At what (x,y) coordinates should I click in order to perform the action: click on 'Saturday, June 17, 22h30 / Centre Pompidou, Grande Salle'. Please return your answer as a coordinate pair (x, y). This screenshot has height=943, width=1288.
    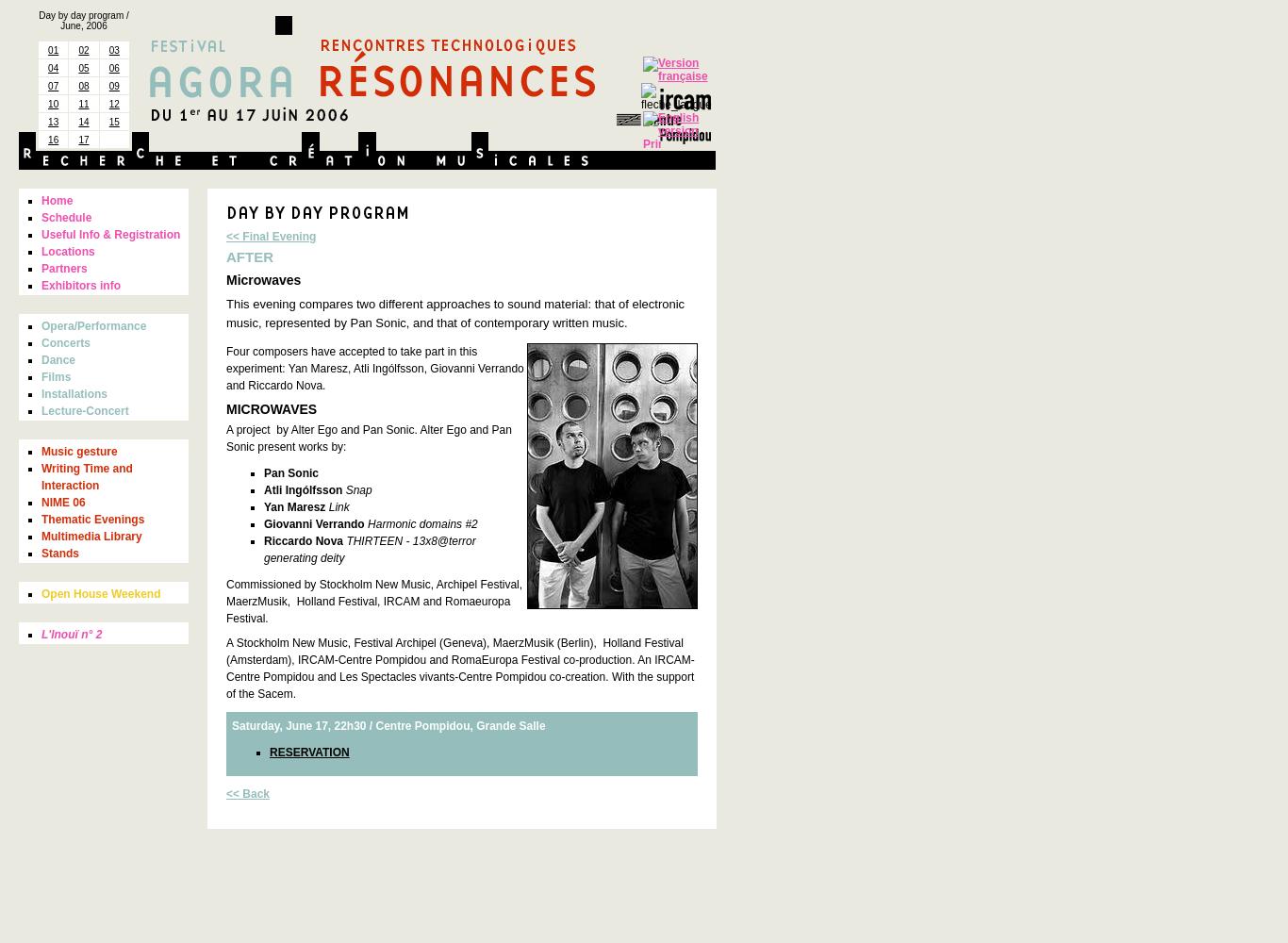
    Looking at the image, I should click on (387, 726).